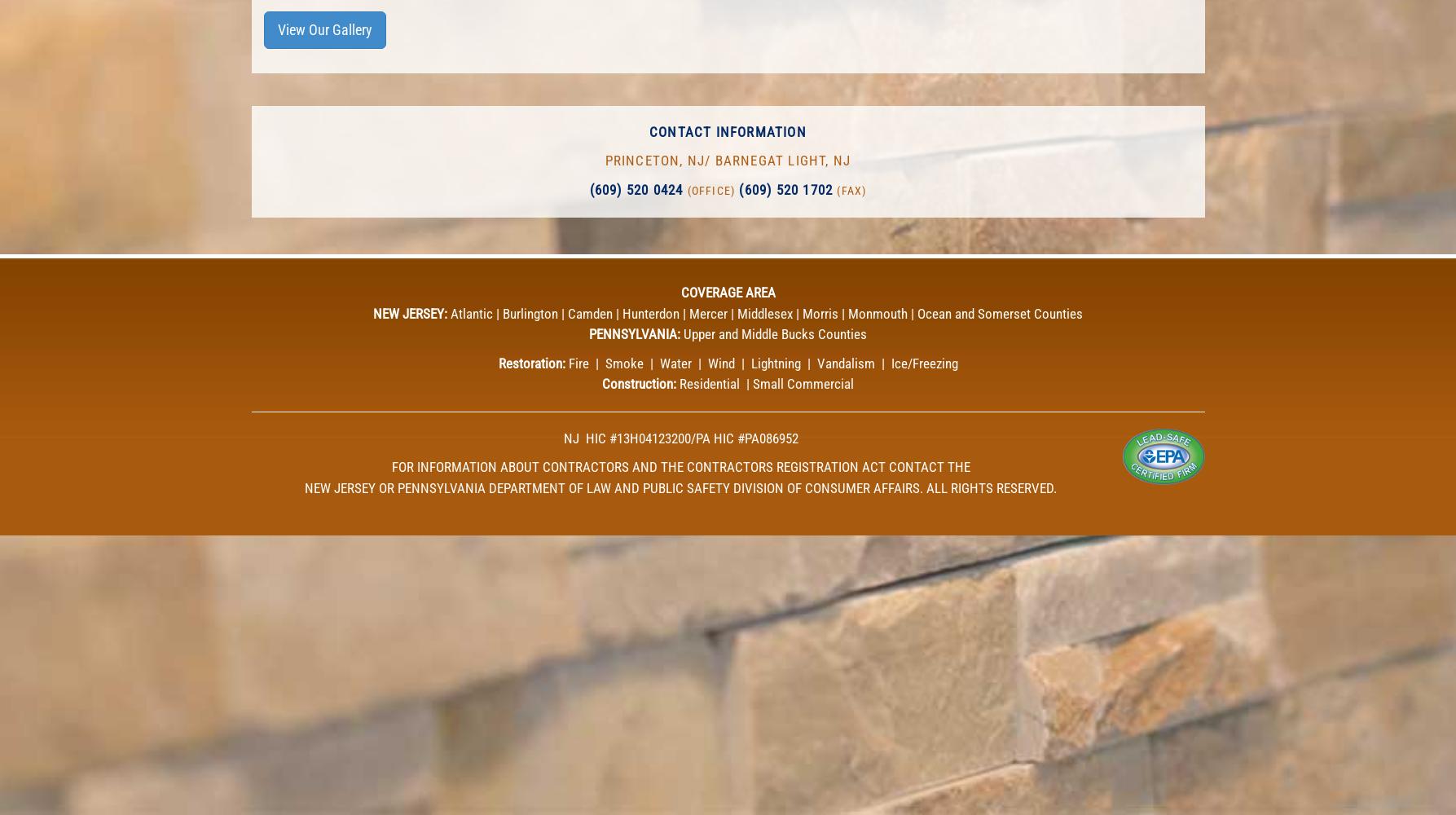 This screenshot has width=1456, height=815. What do you see at coordinates (709, 383) in the screenshot?
I see `'Residential'` at bounding box center [709, 383].